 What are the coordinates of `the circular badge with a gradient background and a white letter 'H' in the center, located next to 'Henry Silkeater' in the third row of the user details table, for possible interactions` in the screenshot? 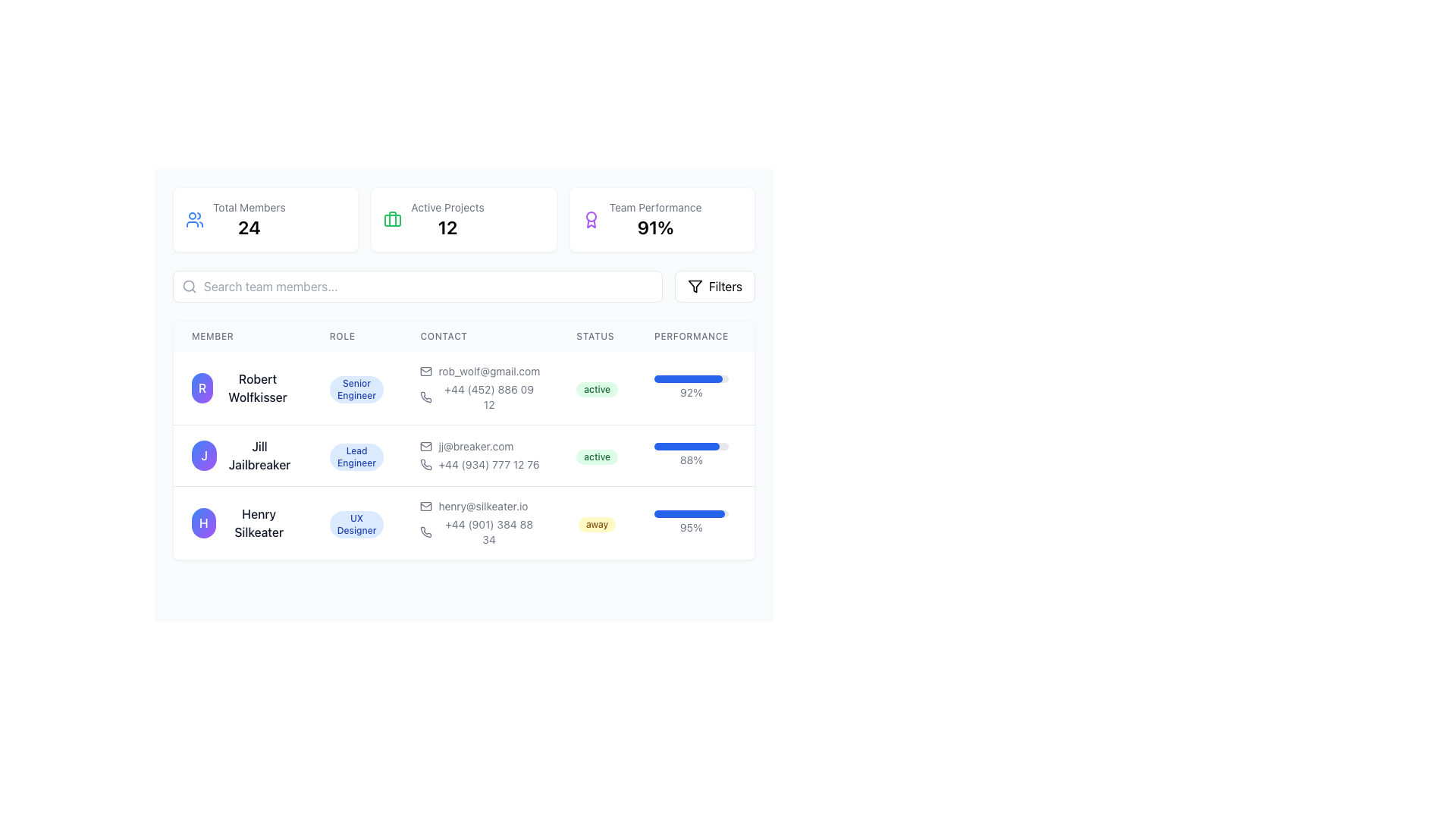 It's located at (202, 522).